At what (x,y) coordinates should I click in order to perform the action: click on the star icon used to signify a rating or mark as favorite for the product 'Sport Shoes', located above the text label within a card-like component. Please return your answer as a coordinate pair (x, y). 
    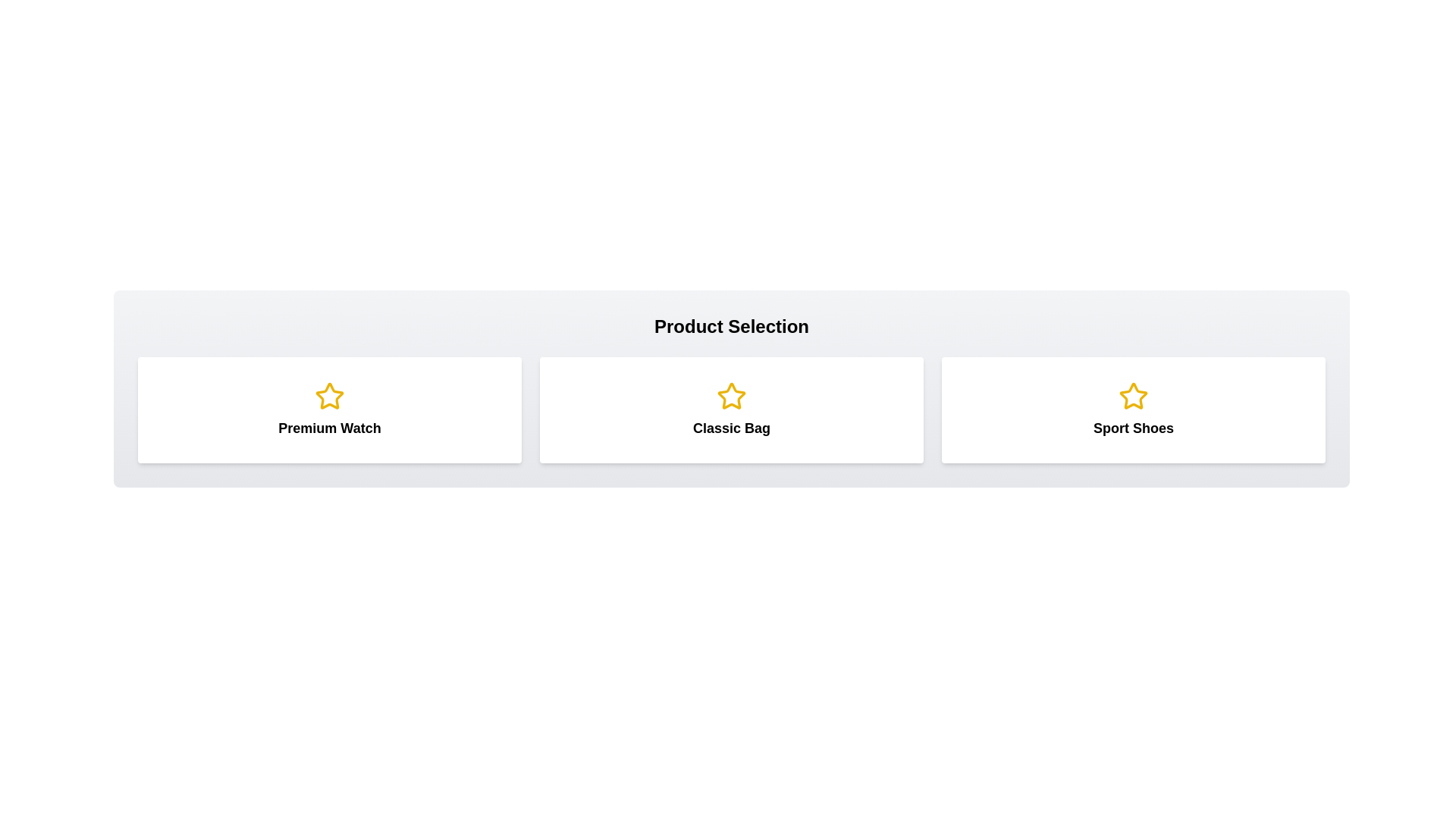
    Looking at the image, I should click on (1133, 396).